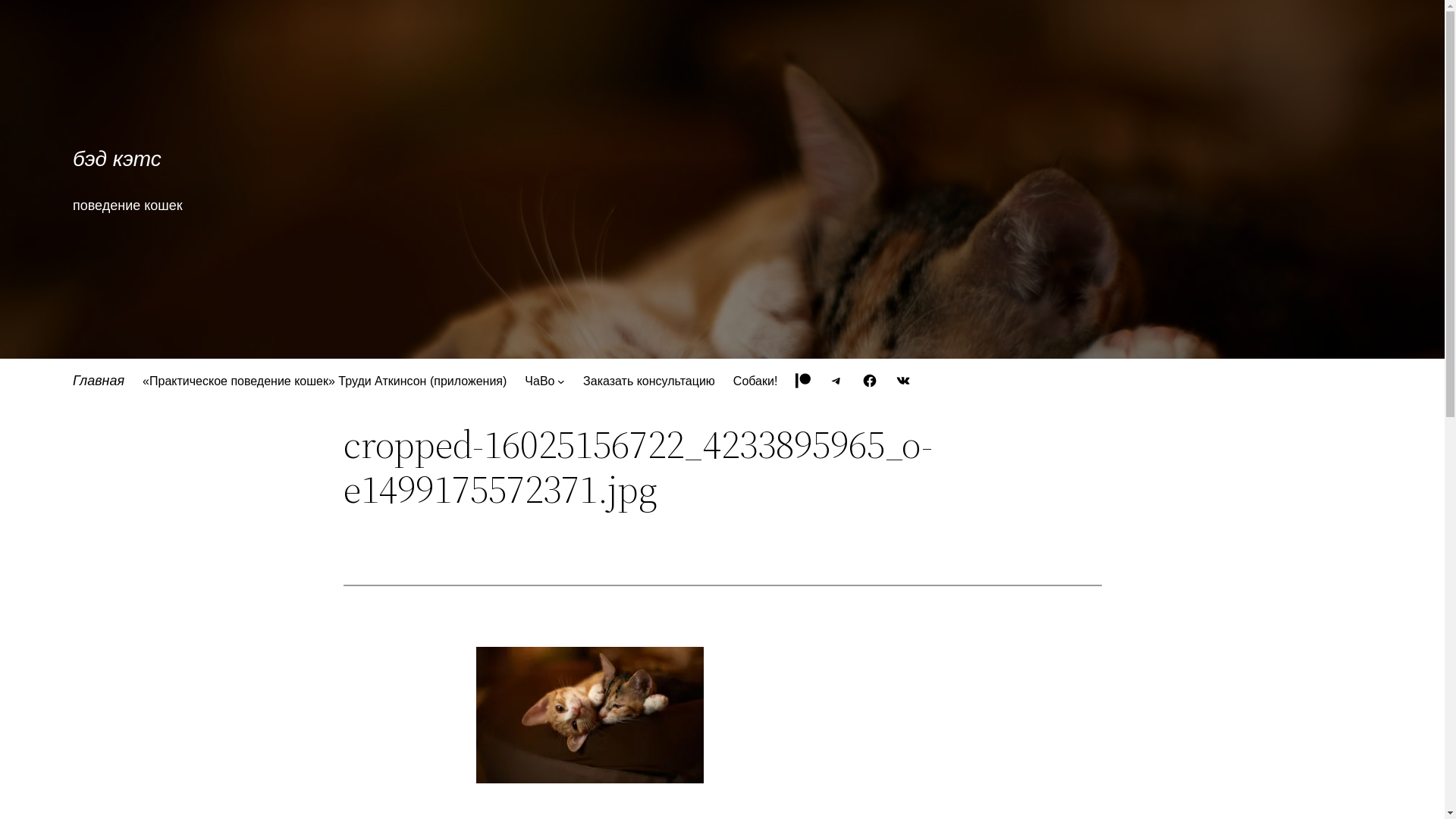 The width and height of the screenshot is (1456, 819). Describe the element at coordinates (870, 379) in the screenshot. I see `'Facebook'` at that location.